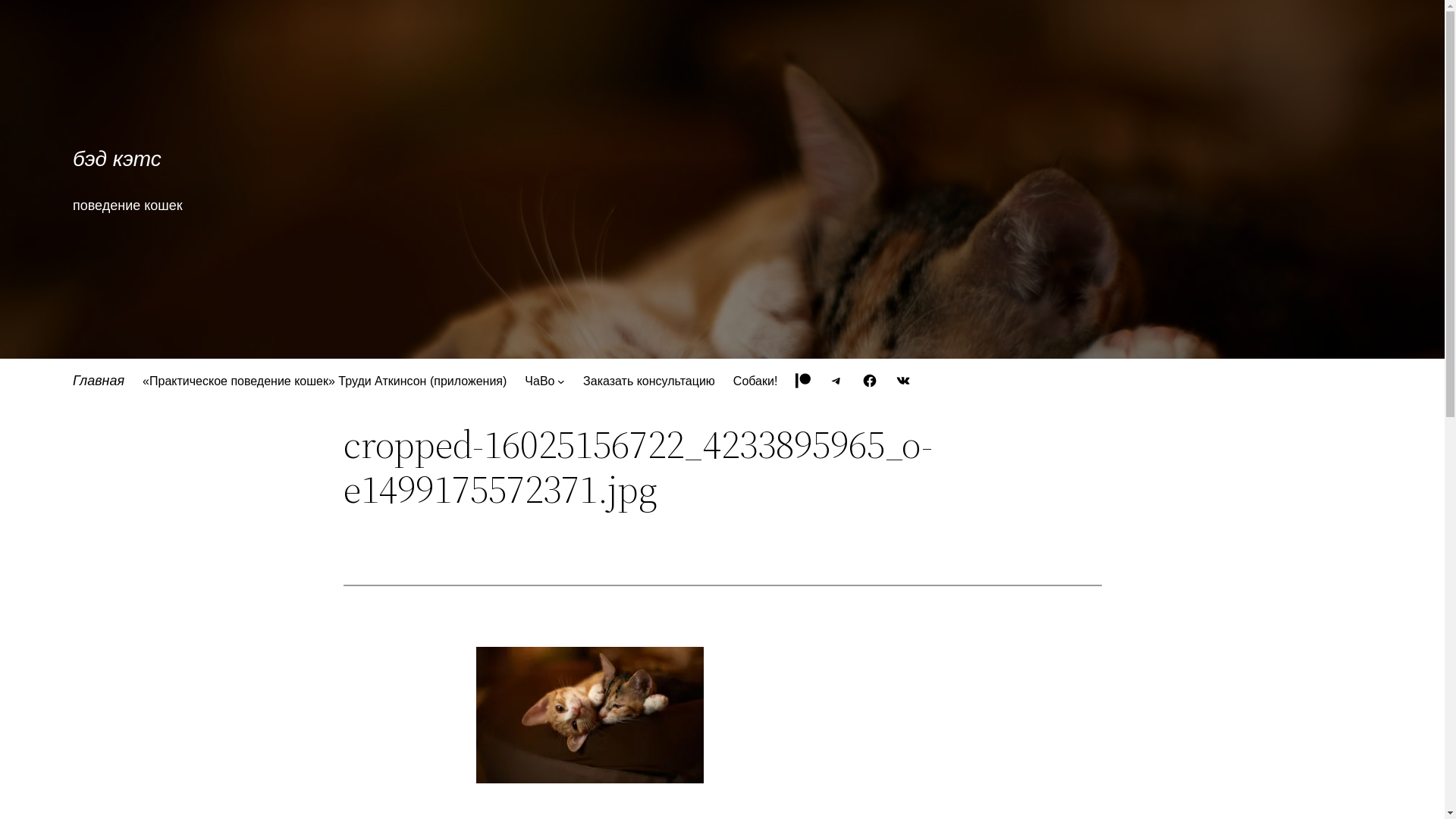 The width and height of the screenshot is (1456, 819). Describe the element at coordinates (870, 379) in the screenshot. I see `'Facebook'` at that location.